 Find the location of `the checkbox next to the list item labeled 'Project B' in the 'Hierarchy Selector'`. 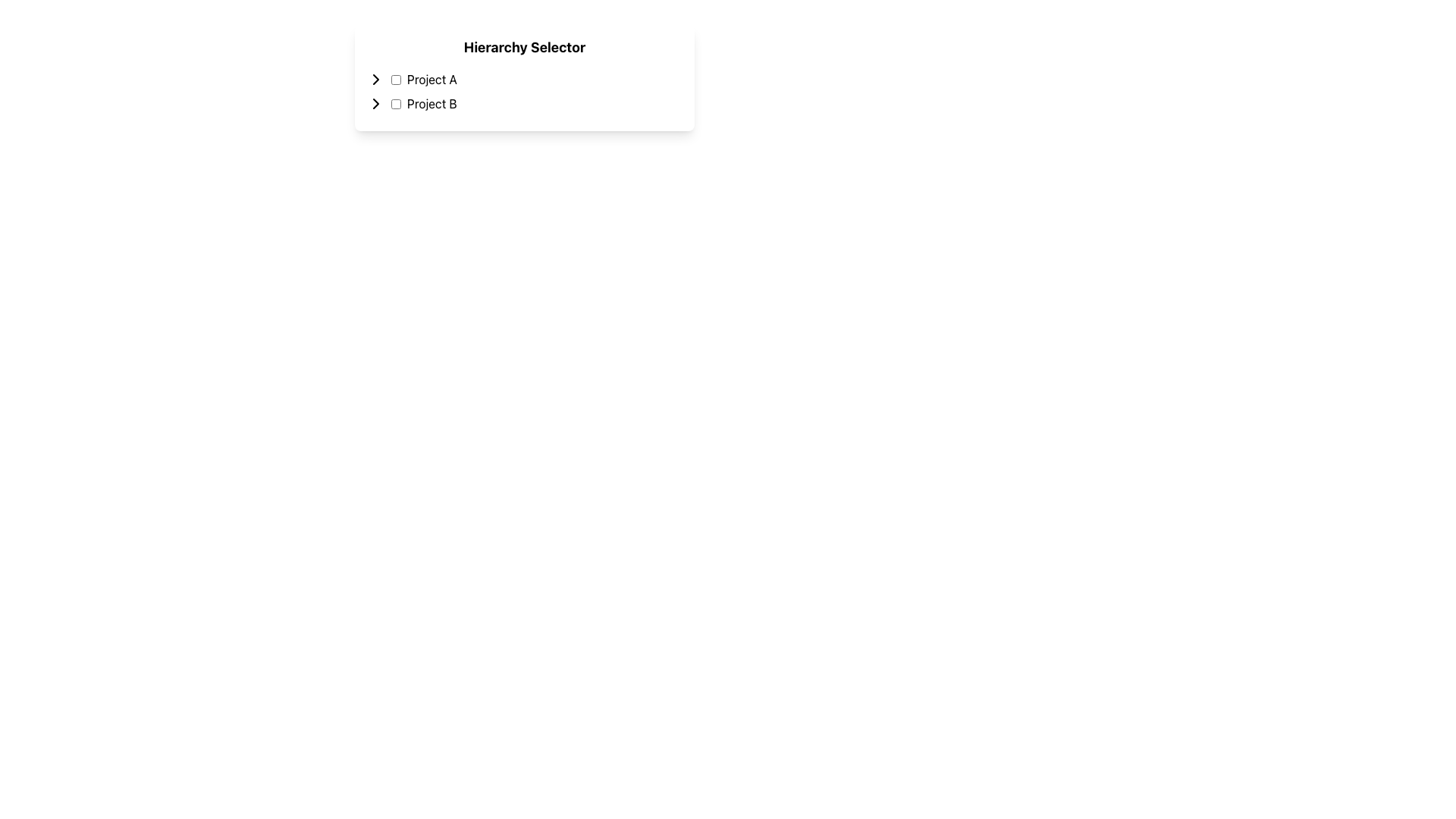

the checkbox next to the list item labeled 'Project B' in the 'Hierarchy Selector' is located at coordinates (524, 103).